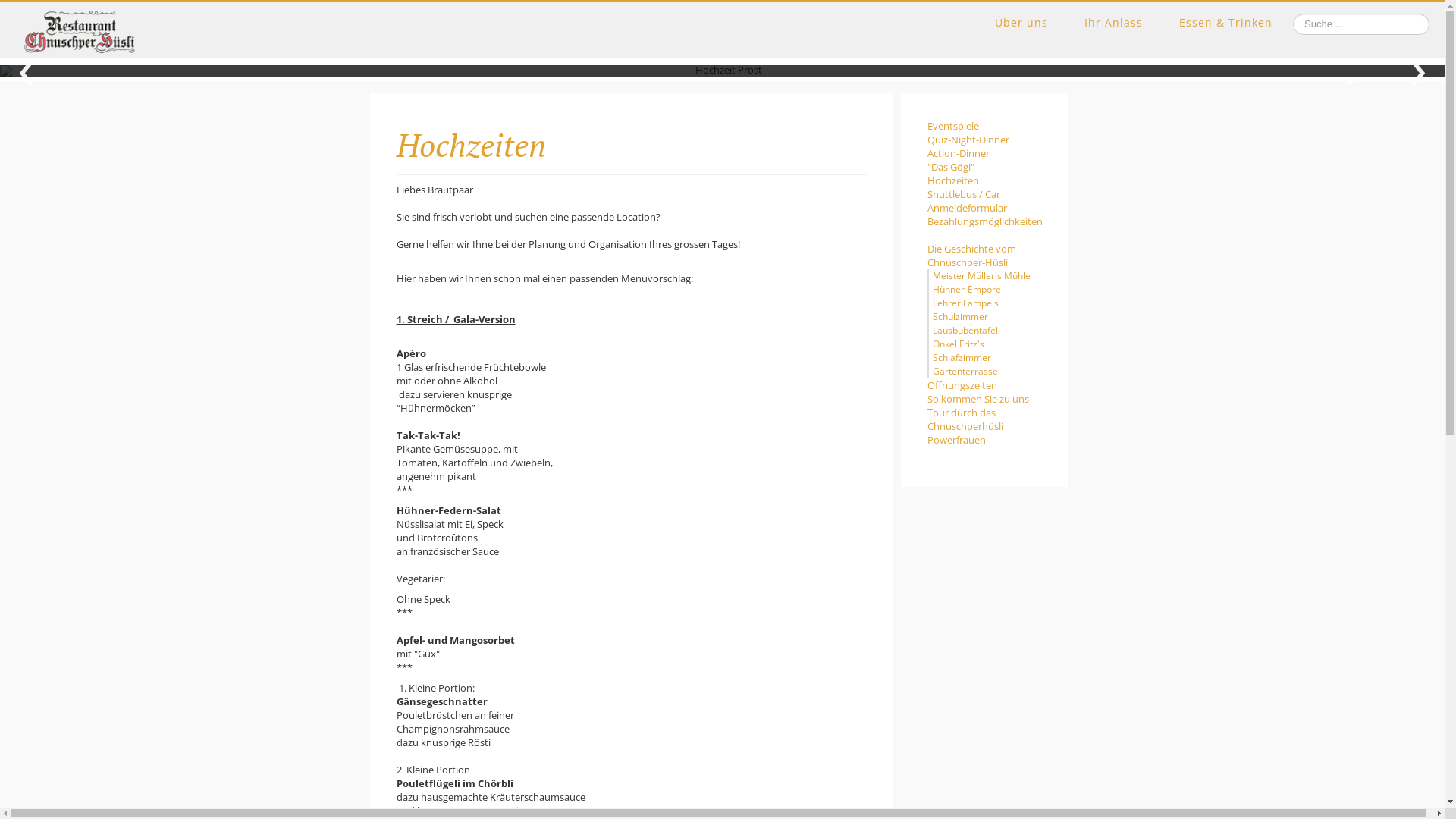  What do you see at coordinates (961, 350) in the screenshot?
I see `'Onkel Fritz's Schlafzimmer'` at bounding box center [961, 350].